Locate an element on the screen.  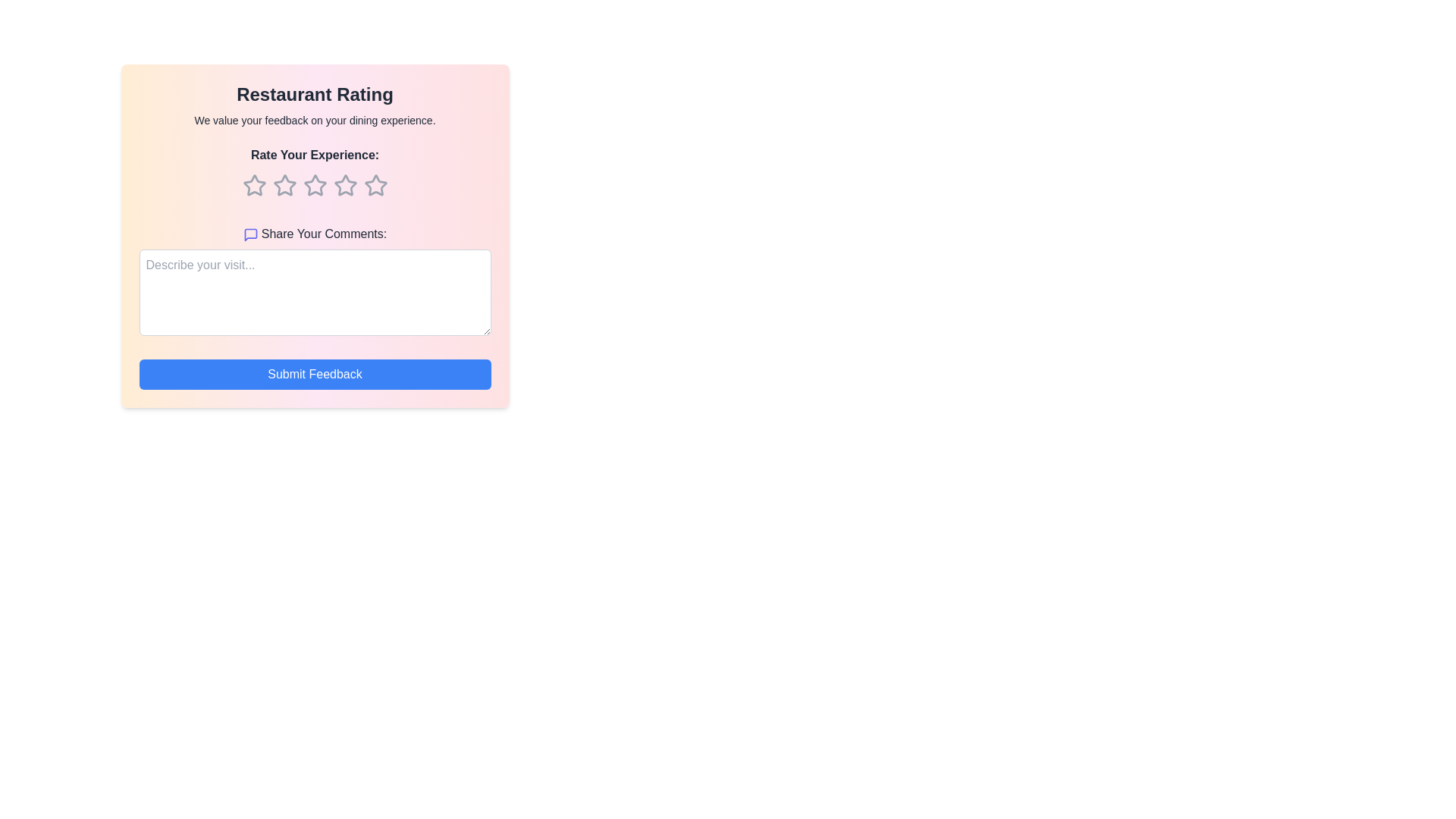
the first star icon in the five-star rating system is located at coordinates (254, 184).